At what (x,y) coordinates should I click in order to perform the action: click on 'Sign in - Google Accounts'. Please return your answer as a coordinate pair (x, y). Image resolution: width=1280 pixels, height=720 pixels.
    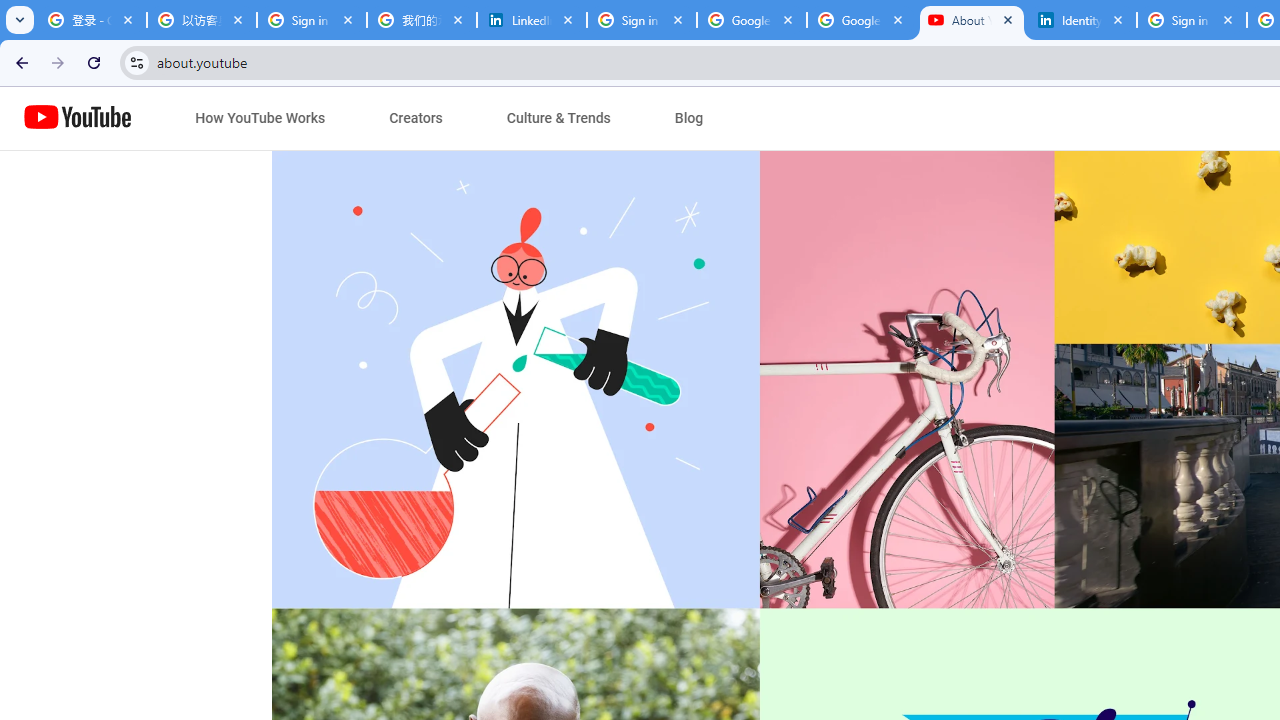
    Looking at the image, I should click on (642, 20).